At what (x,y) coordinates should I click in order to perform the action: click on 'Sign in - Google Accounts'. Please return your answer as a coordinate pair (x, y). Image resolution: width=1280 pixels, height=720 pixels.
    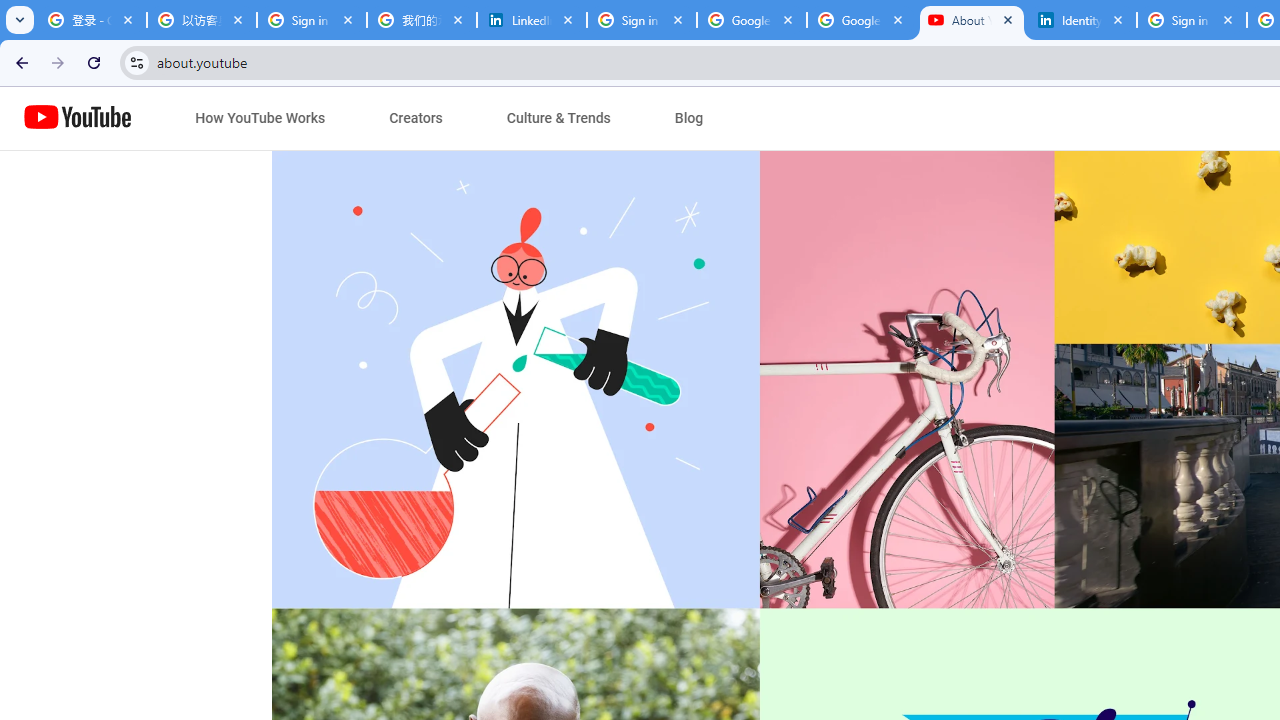
    Looking at the image, I should click on (642, 20).